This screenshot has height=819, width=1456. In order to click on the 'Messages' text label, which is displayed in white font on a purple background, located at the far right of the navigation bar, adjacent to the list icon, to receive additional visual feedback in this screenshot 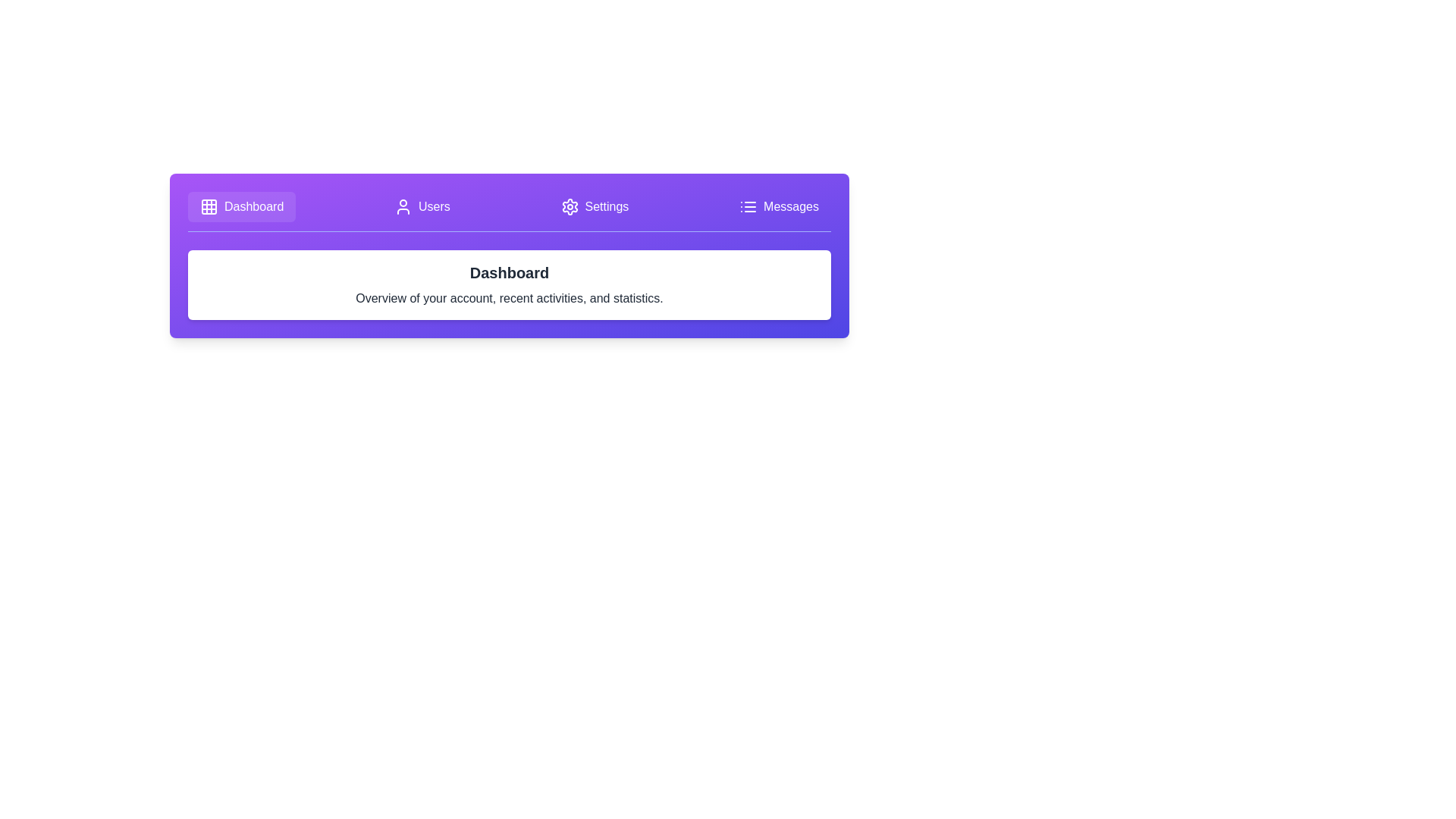, I will do `click(790, 207)`.